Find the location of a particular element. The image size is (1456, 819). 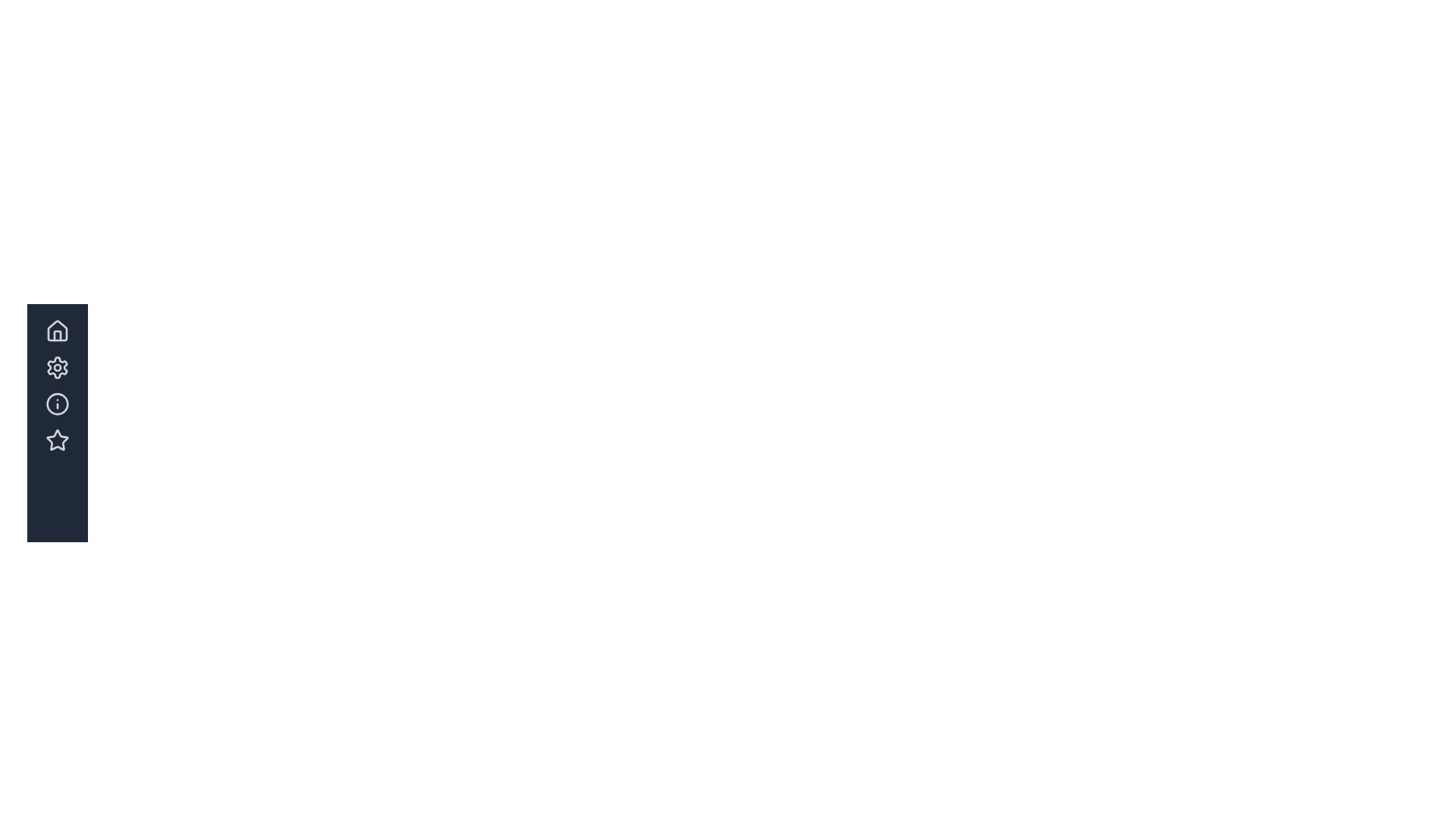

the gear-shaped icon in the second entry of the vertical menu on the left-hand side is located at coordinates (57, 368).